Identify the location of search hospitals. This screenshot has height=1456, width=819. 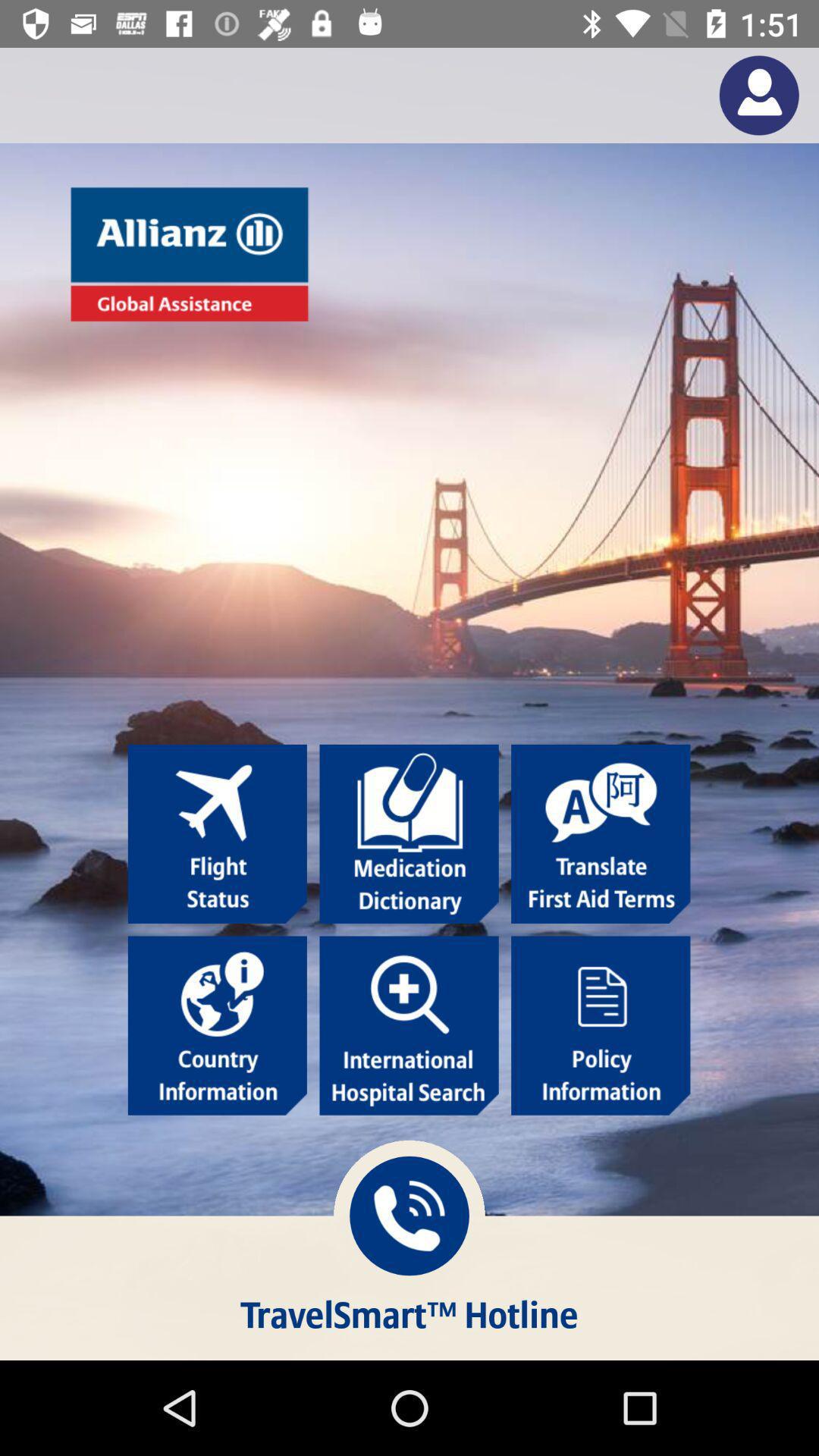
(408, 1025).